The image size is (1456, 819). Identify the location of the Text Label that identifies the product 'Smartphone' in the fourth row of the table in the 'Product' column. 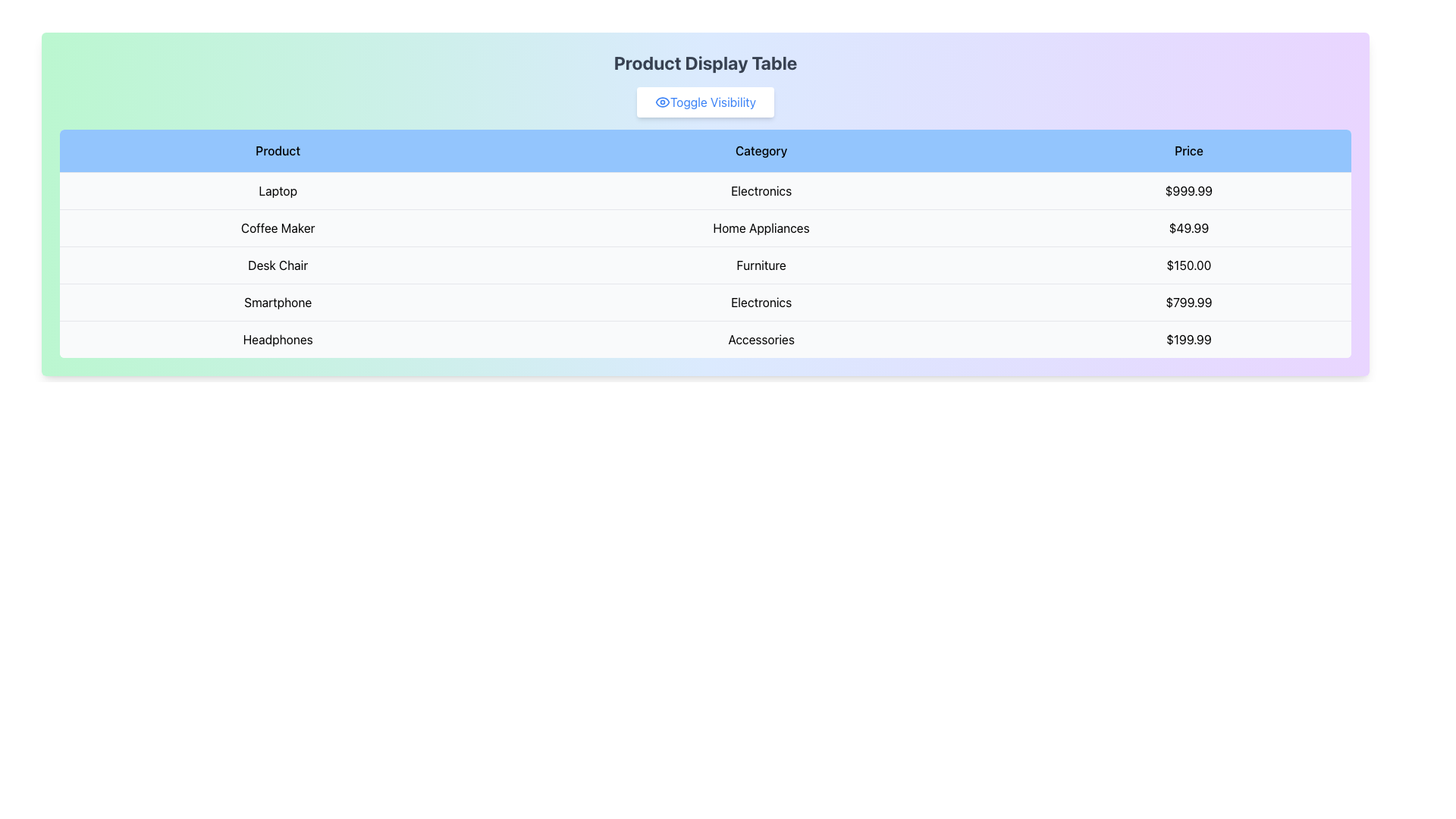
(278, 302).